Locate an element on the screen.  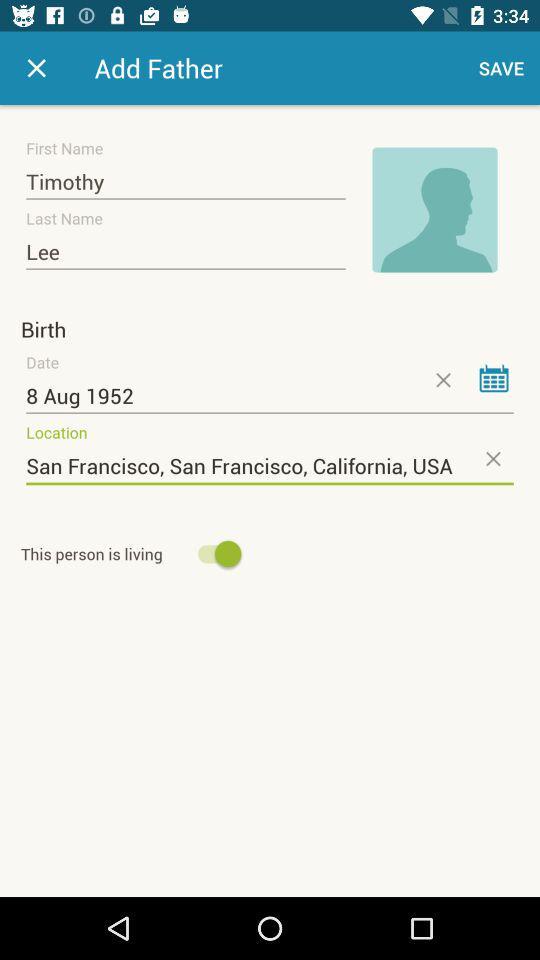
icon below the 8 aug 1952 icon is located at coordinates (270, 466).